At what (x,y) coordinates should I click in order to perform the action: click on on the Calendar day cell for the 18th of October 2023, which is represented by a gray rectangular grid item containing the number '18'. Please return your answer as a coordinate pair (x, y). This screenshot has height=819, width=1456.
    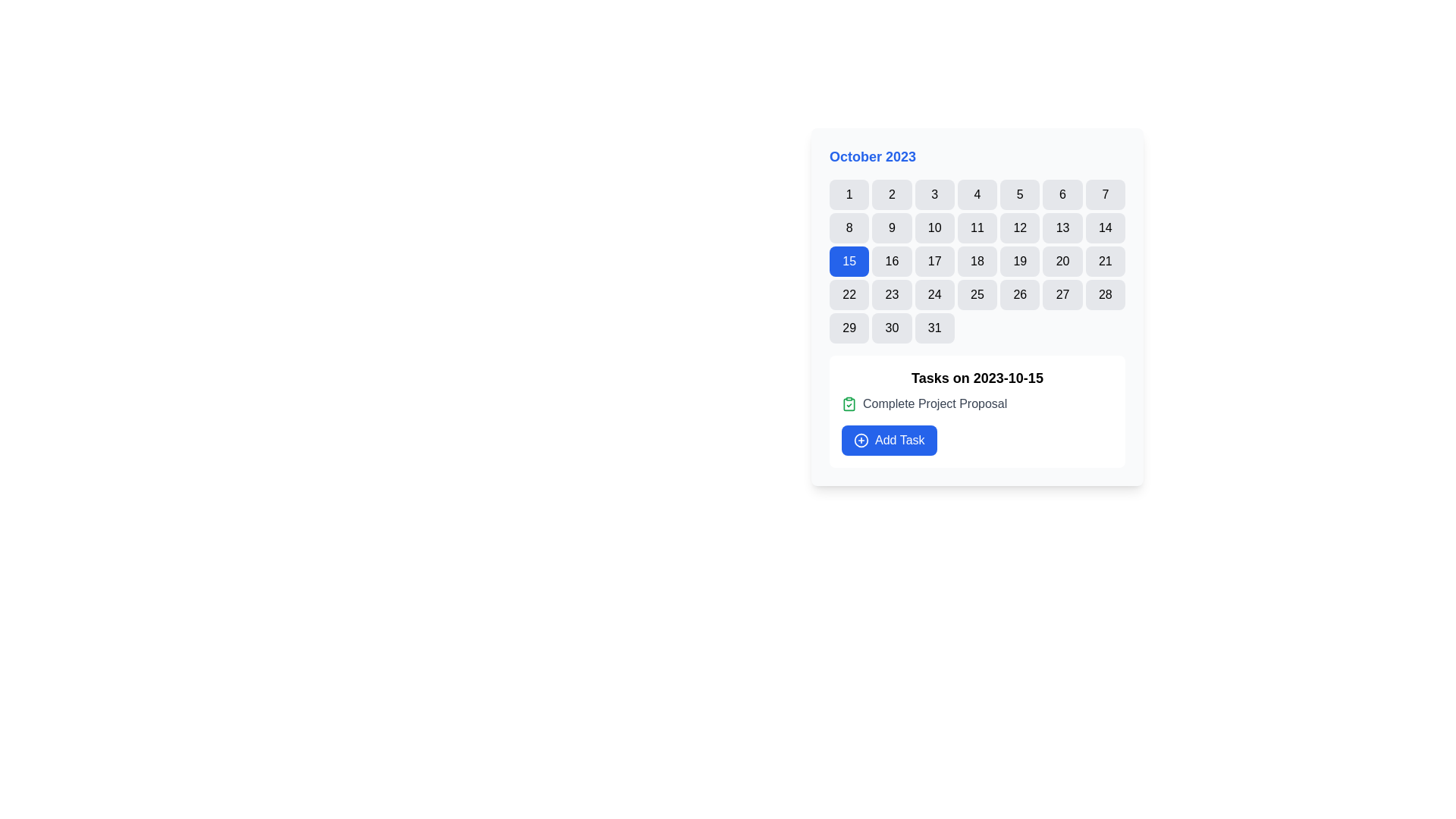
    Looking at the image, I should click on (977, 260).